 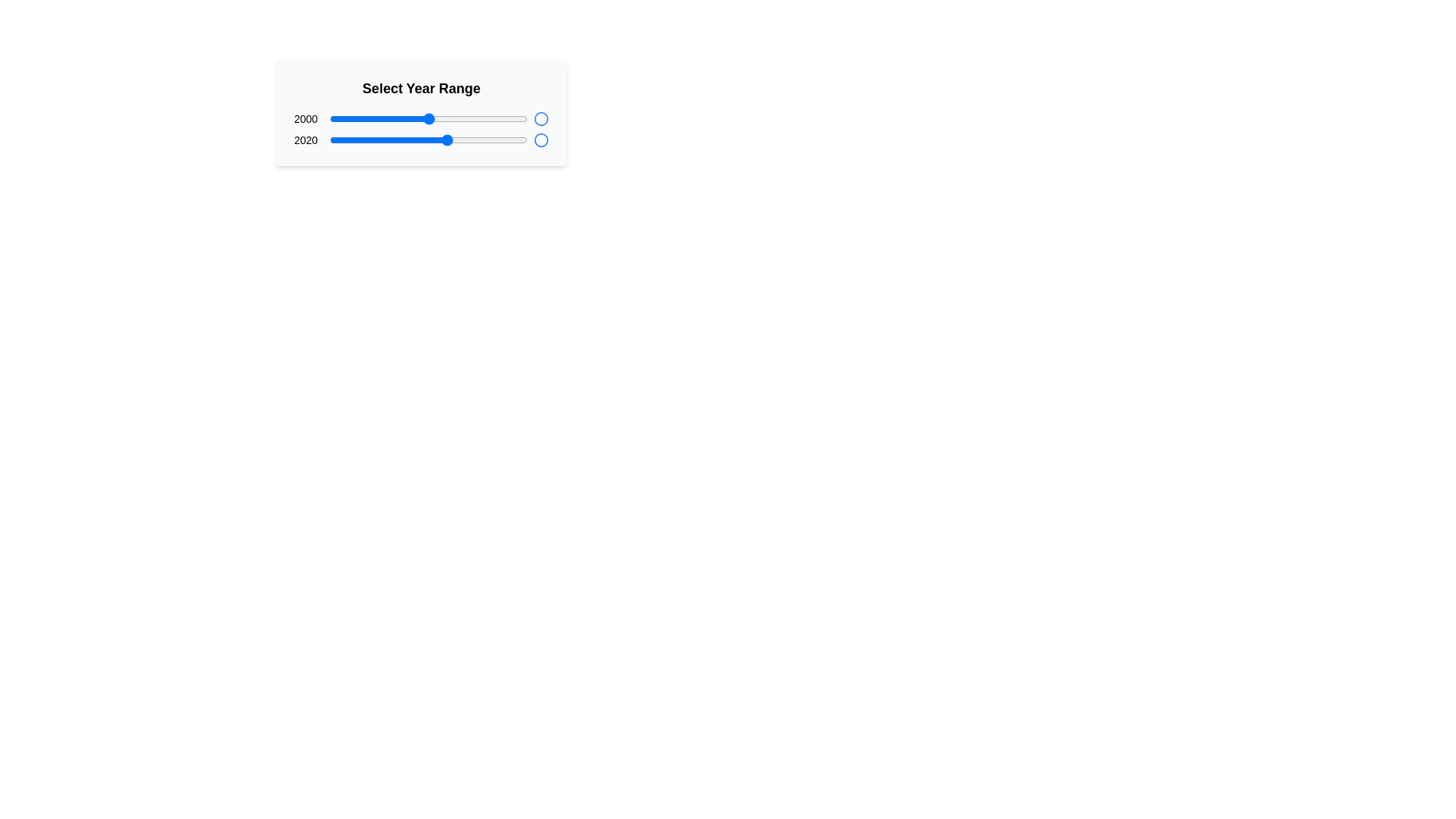 What do you see at coordinates (446, 140) in the screenshot?
I see `the year value` at bounding box center [446, 140].